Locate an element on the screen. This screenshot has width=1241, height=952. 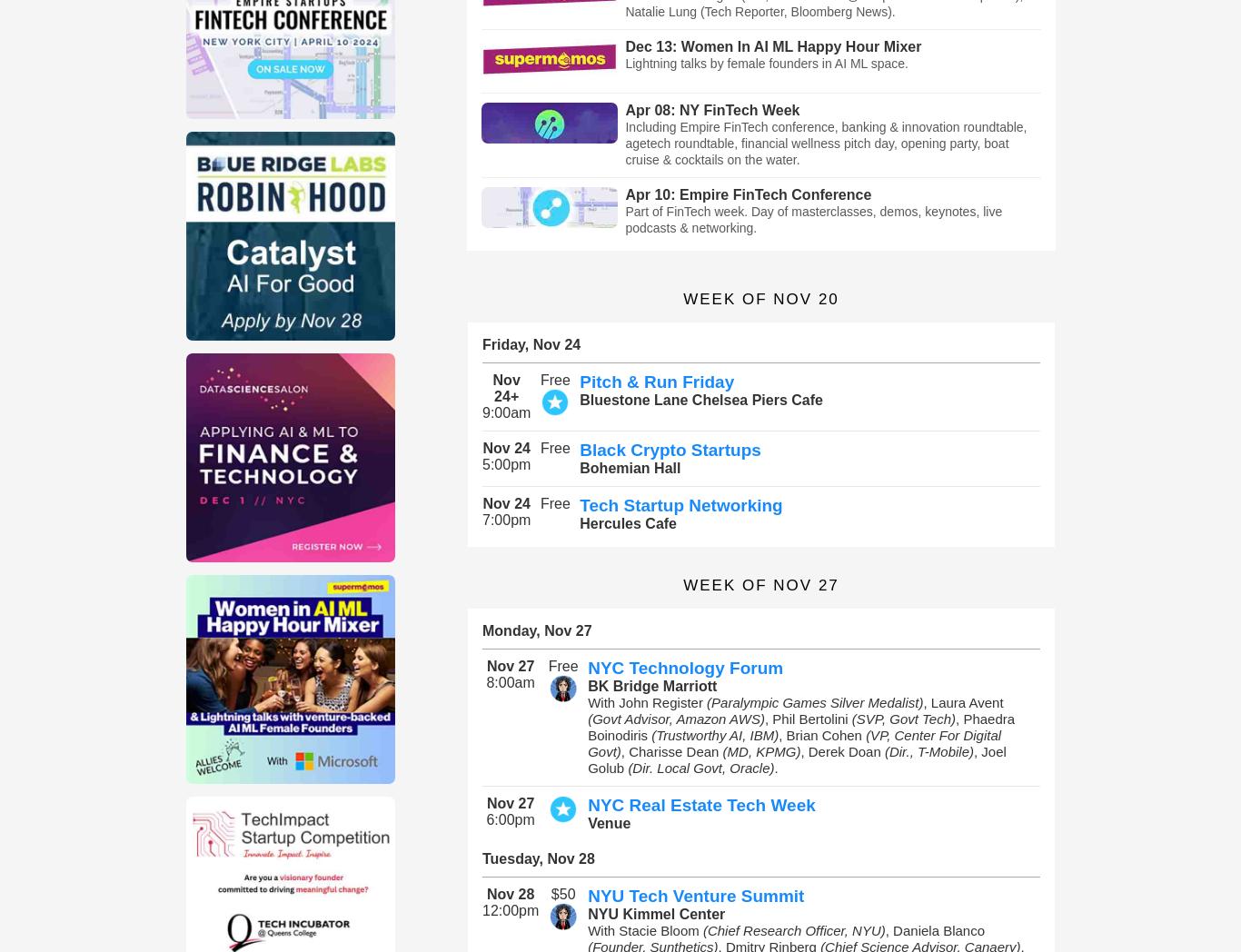
'6:00pm' is located at coordinates (510, 818).